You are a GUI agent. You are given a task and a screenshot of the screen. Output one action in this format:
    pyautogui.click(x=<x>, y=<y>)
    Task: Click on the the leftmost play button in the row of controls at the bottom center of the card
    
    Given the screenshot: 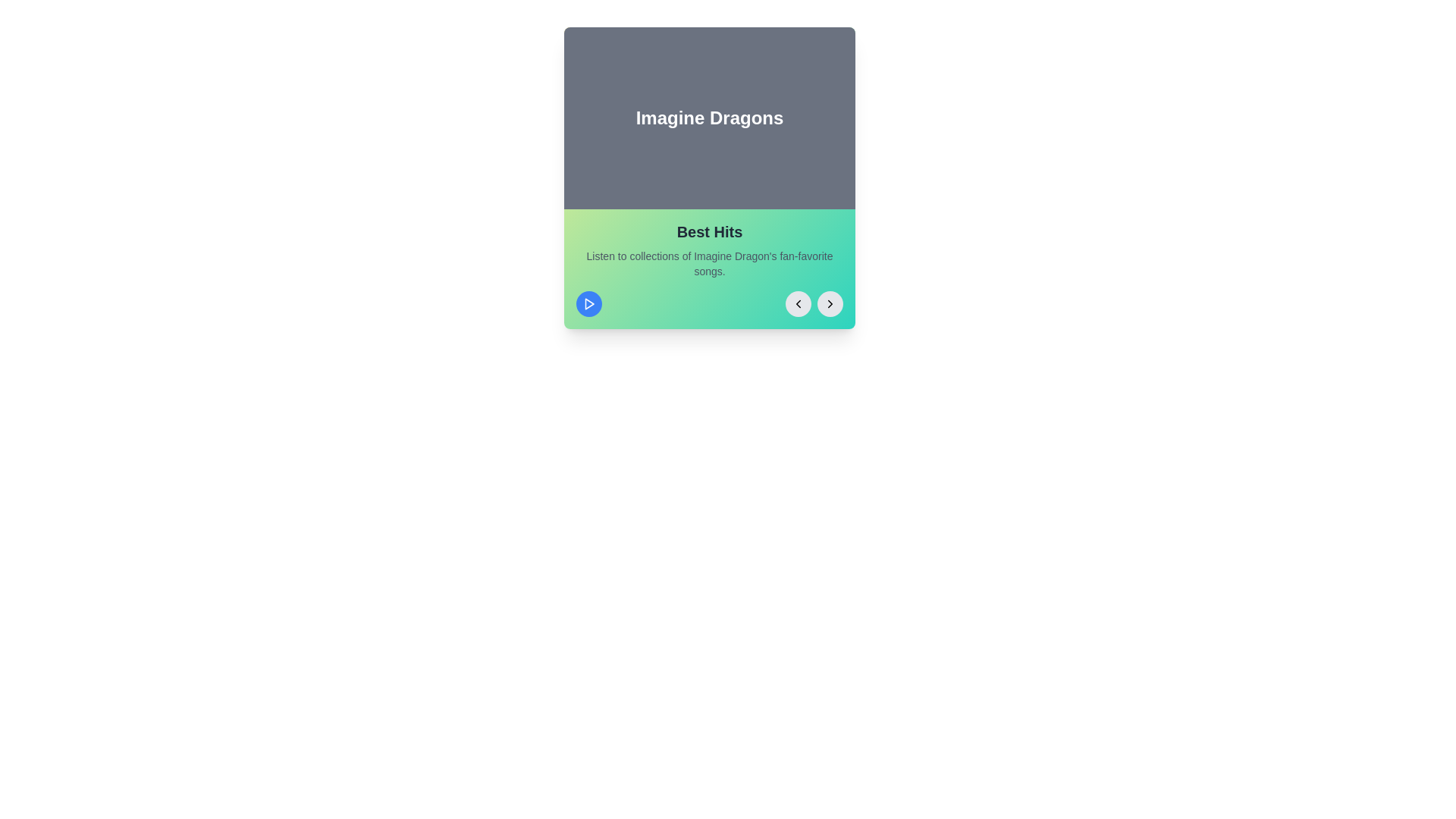 What is the action you would take?
    pyautogui.click(x=588, y=304)
    